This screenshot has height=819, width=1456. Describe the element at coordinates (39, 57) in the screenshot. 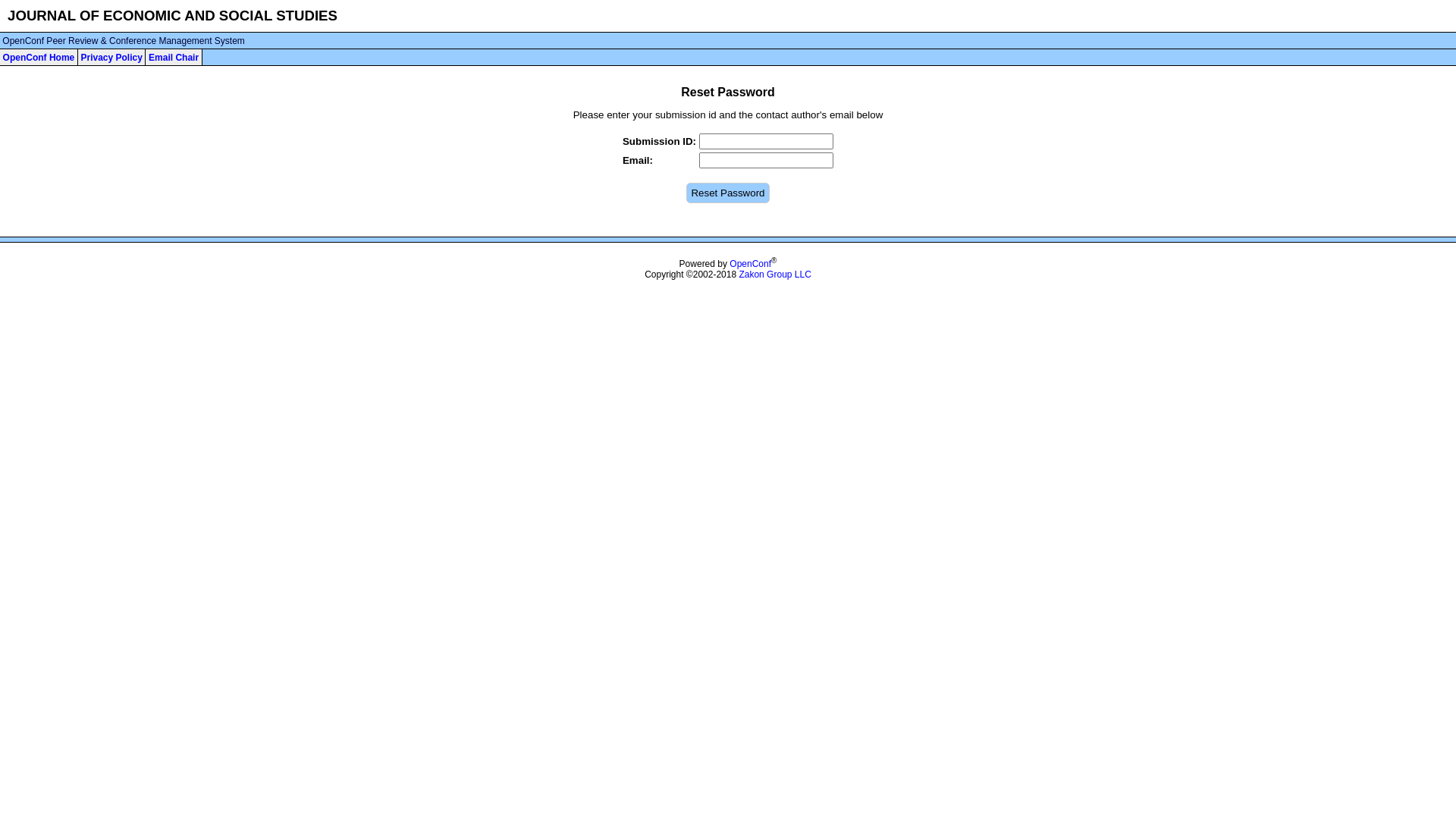

I see `'OpenConf Home'` at that location.